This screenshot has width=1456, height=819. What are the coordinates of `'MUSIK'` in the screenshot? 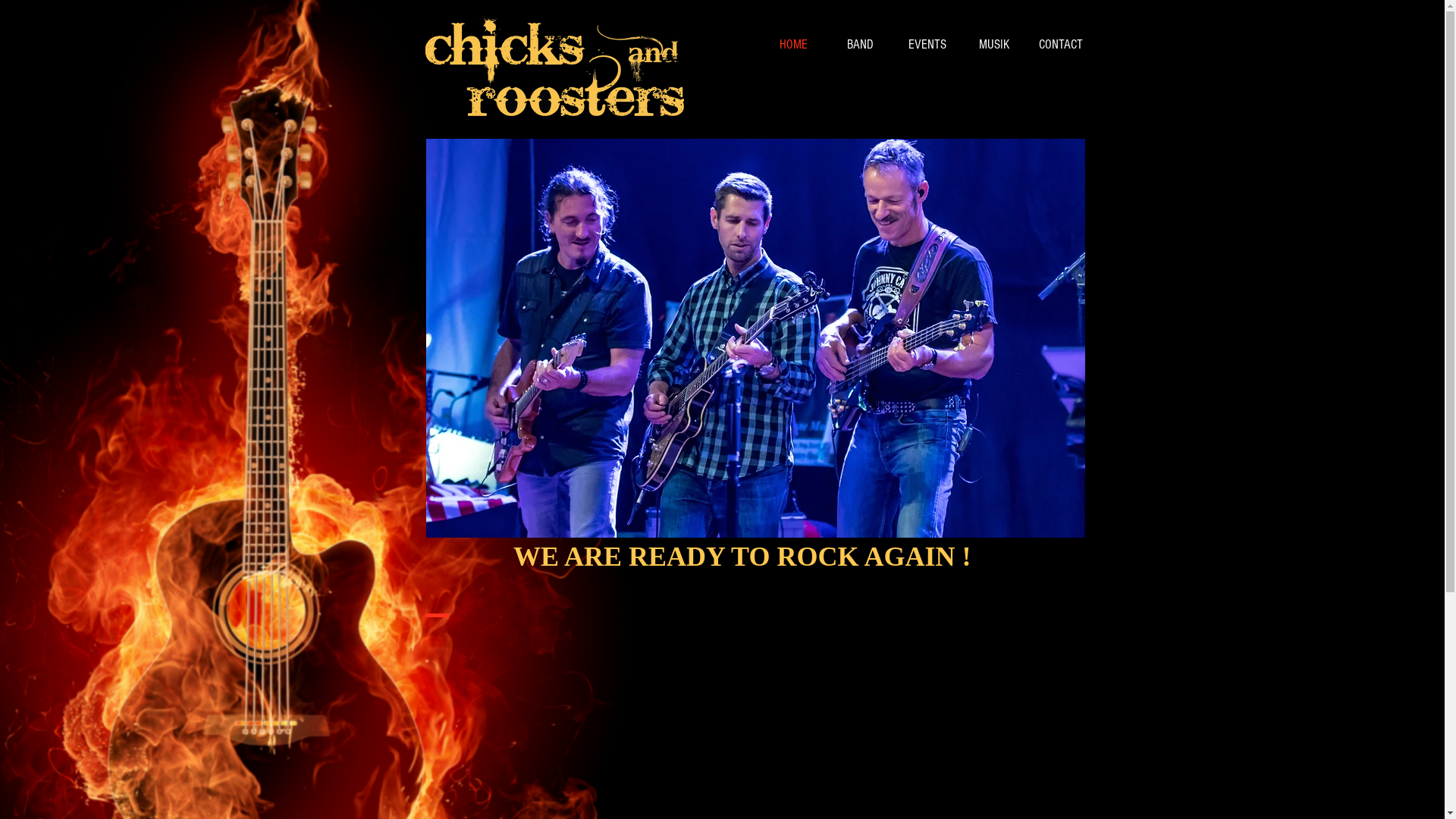 It's located at (993, 43).